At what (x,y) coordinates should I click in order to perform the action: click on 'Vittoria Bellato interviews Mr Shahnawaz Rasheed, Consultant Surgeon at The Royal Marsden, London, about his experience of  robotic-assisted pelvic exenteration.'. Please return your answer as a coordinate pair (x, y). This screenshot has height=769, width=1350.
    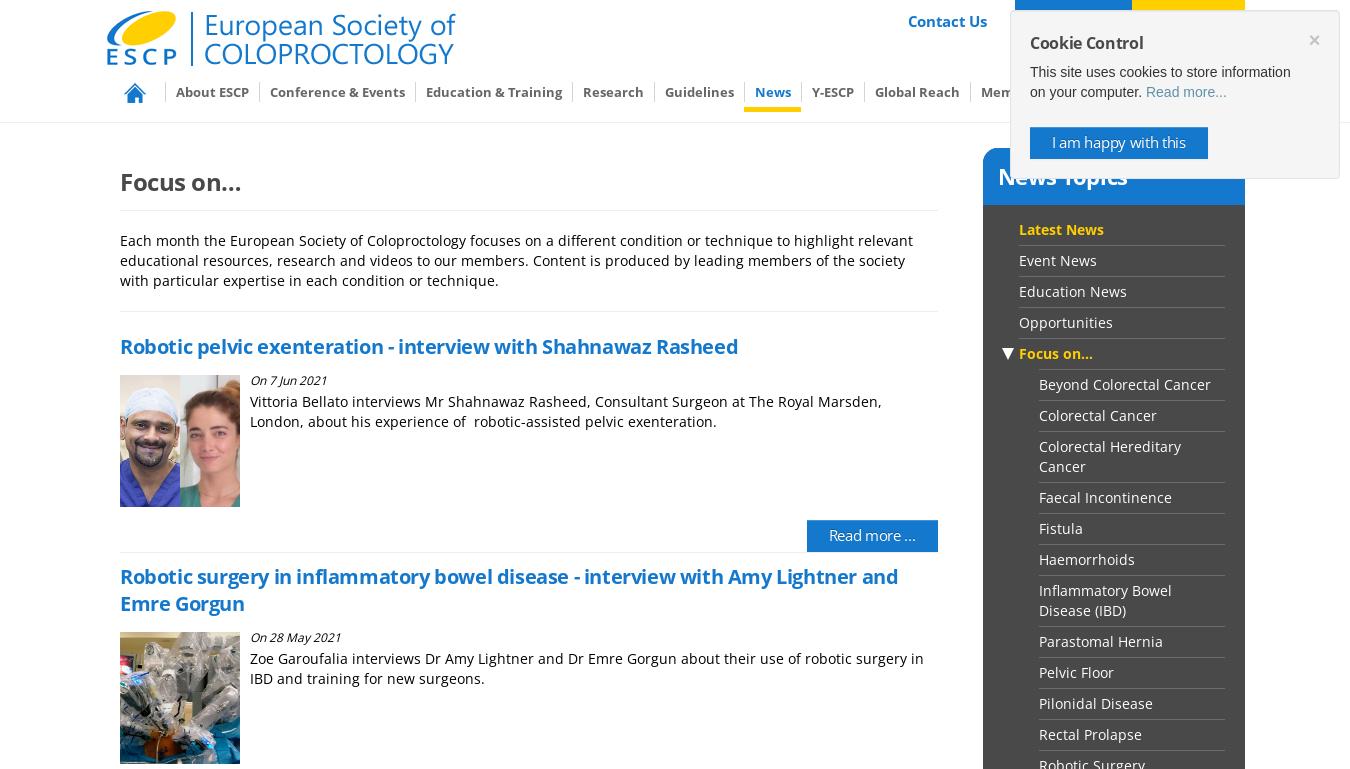
    Looking at the image, I should click on (566, 411).